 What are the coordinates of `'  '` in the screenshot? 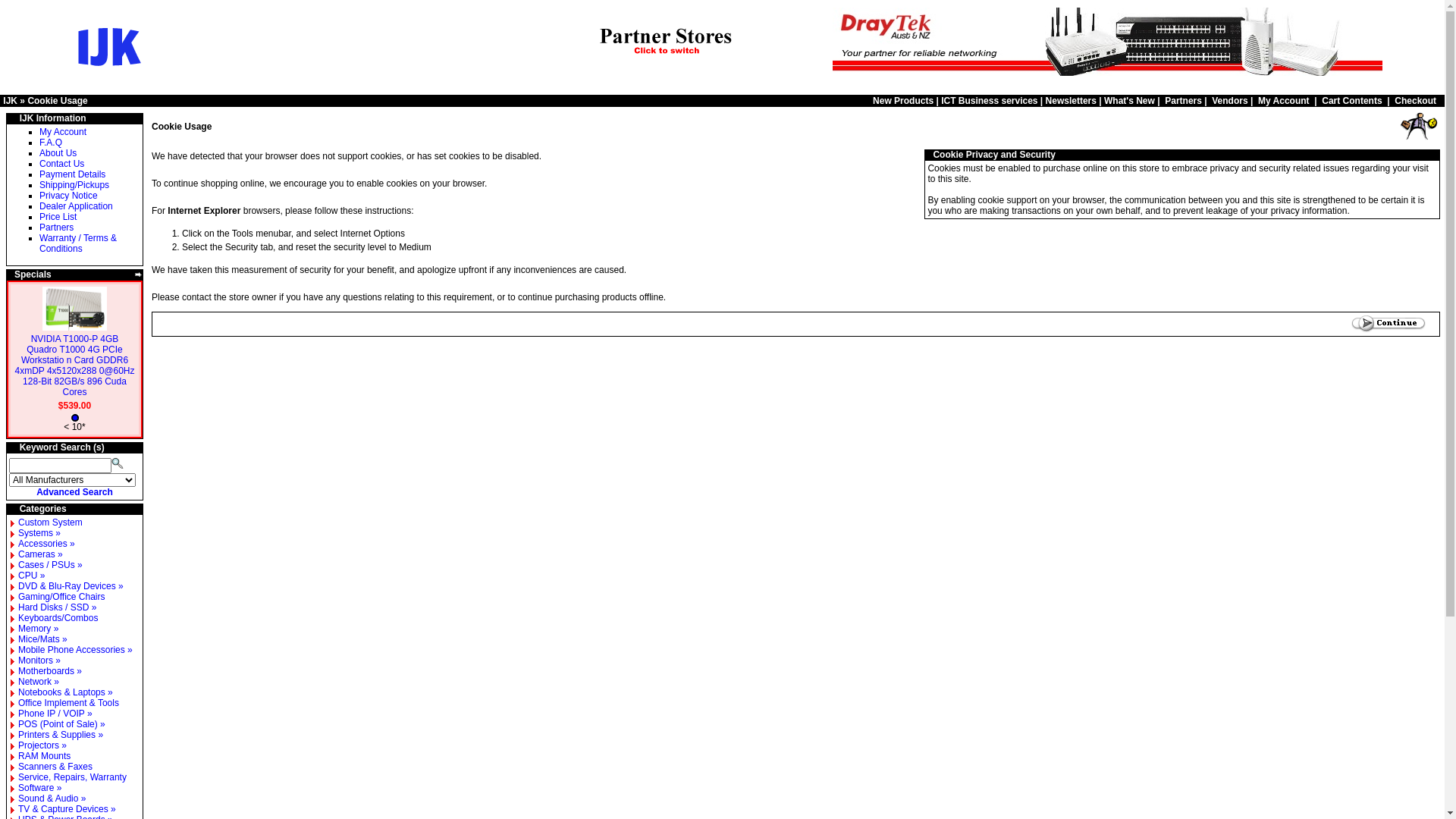 It's located at (1435, 155).